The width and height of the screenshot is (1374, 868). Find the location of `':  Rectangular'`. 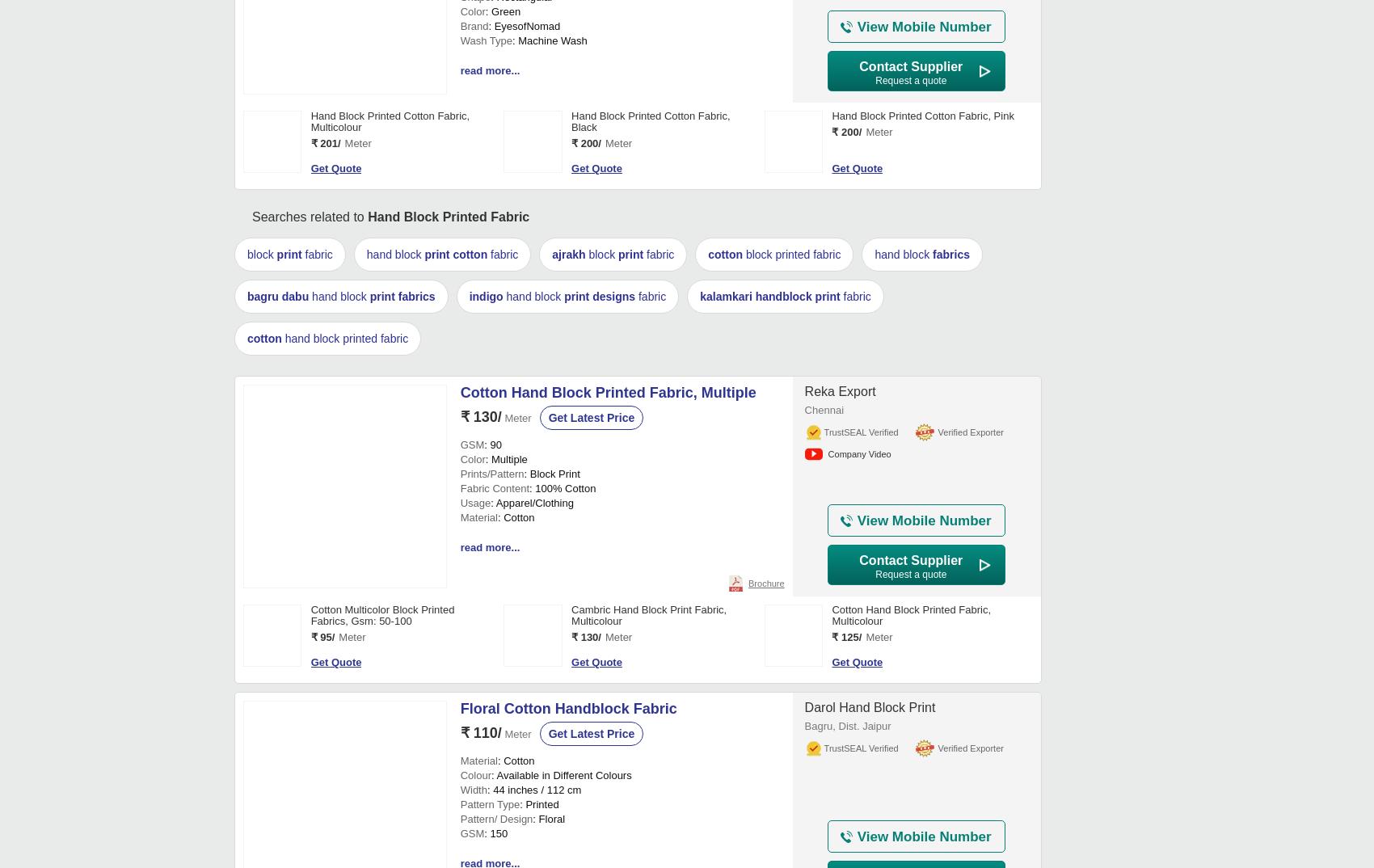

':  Rectangular' is located at coordinates (521, 492).